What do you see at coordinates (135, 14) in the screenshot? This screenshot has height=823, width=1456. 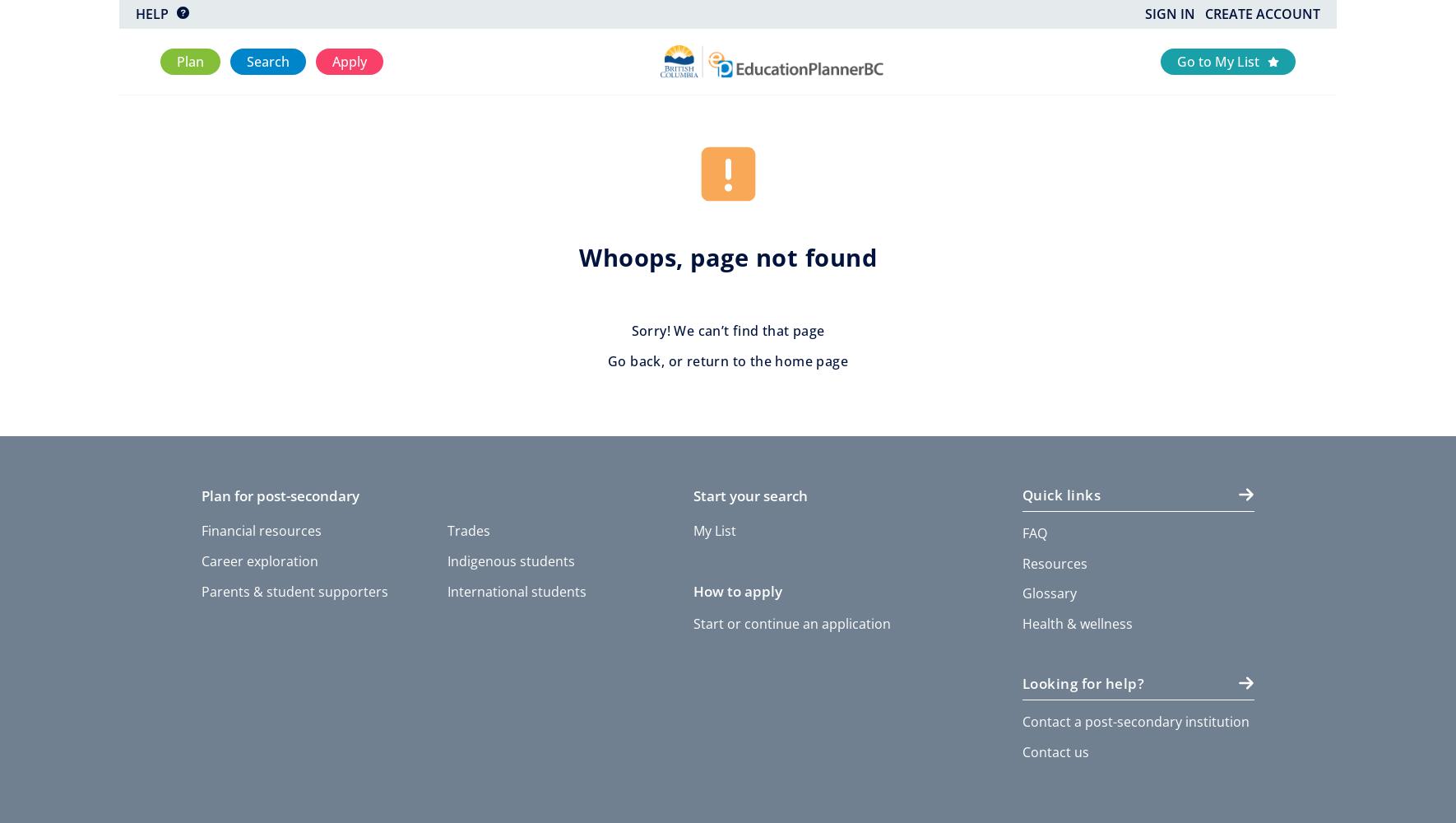 I see `'HELP'` at bounding box center [135, 14].